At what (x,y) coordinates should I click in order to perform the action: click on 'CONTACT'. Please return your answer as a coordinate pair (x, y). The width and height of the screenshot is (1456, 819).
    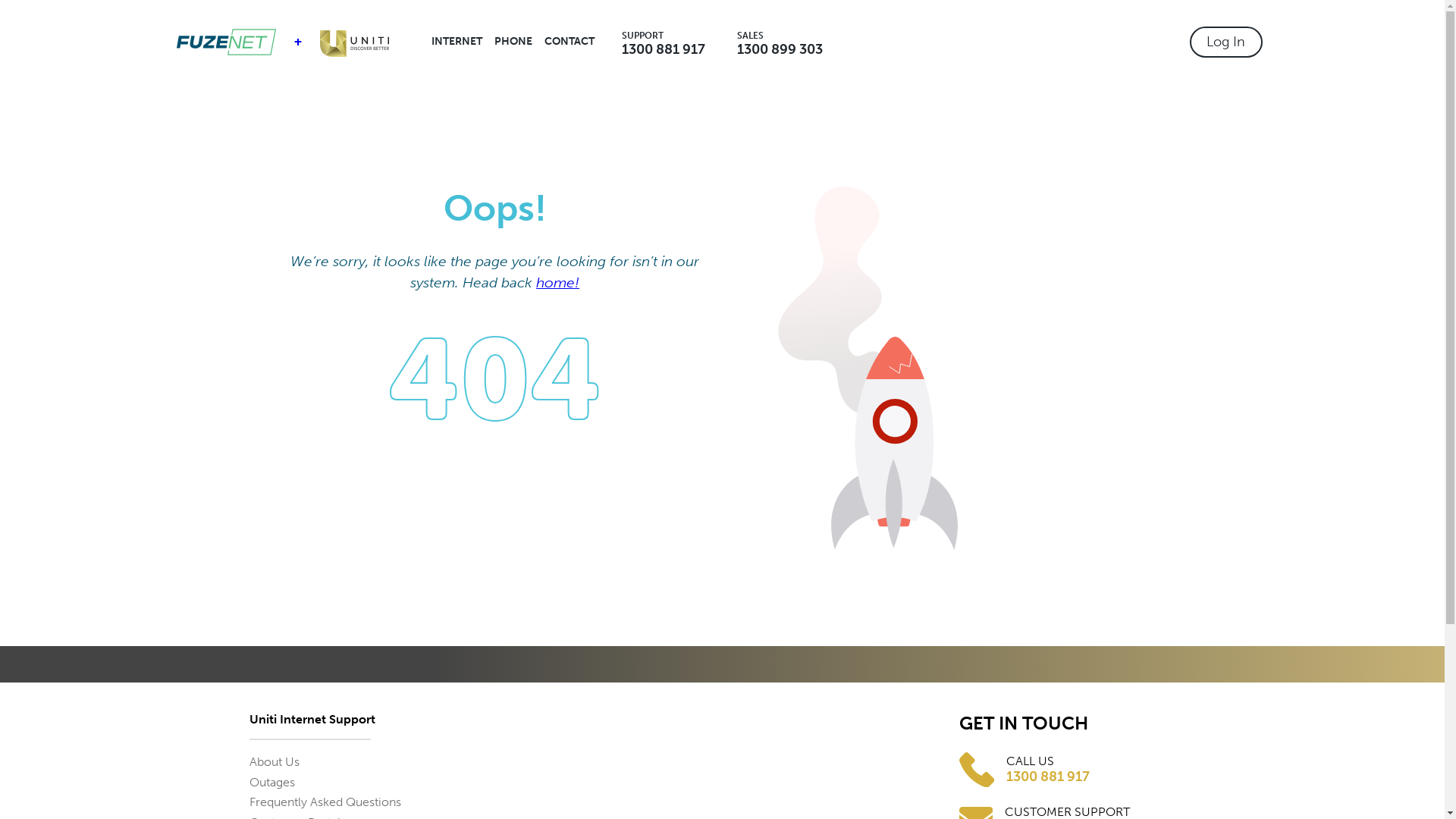
    Looking at the image, I should click on (568, 40).